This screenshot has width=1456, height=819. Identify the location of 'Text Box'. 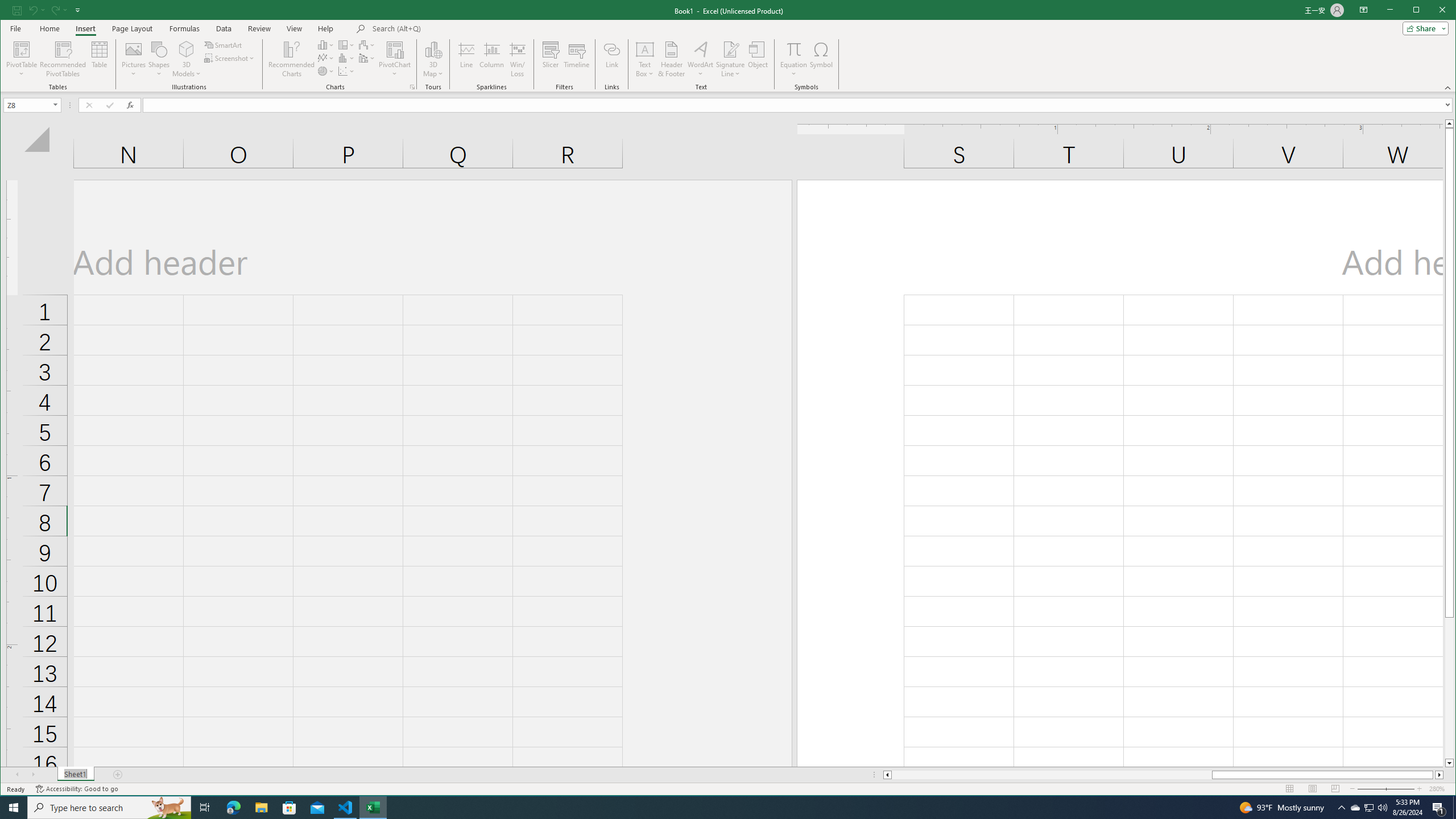
(644, 59).